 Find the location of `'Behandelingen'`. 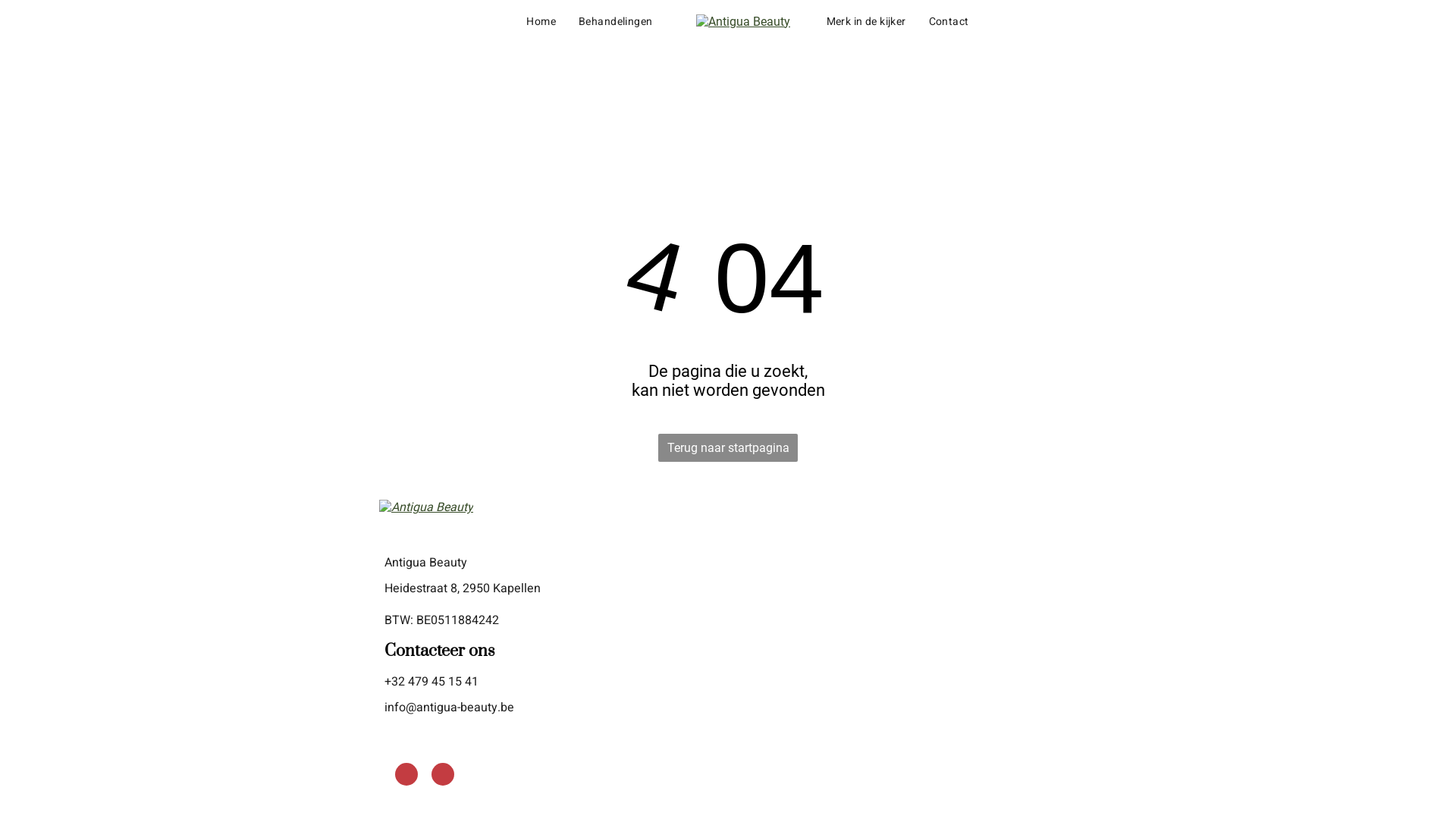

'Behandelingen' is located at coordinates (619, 21).